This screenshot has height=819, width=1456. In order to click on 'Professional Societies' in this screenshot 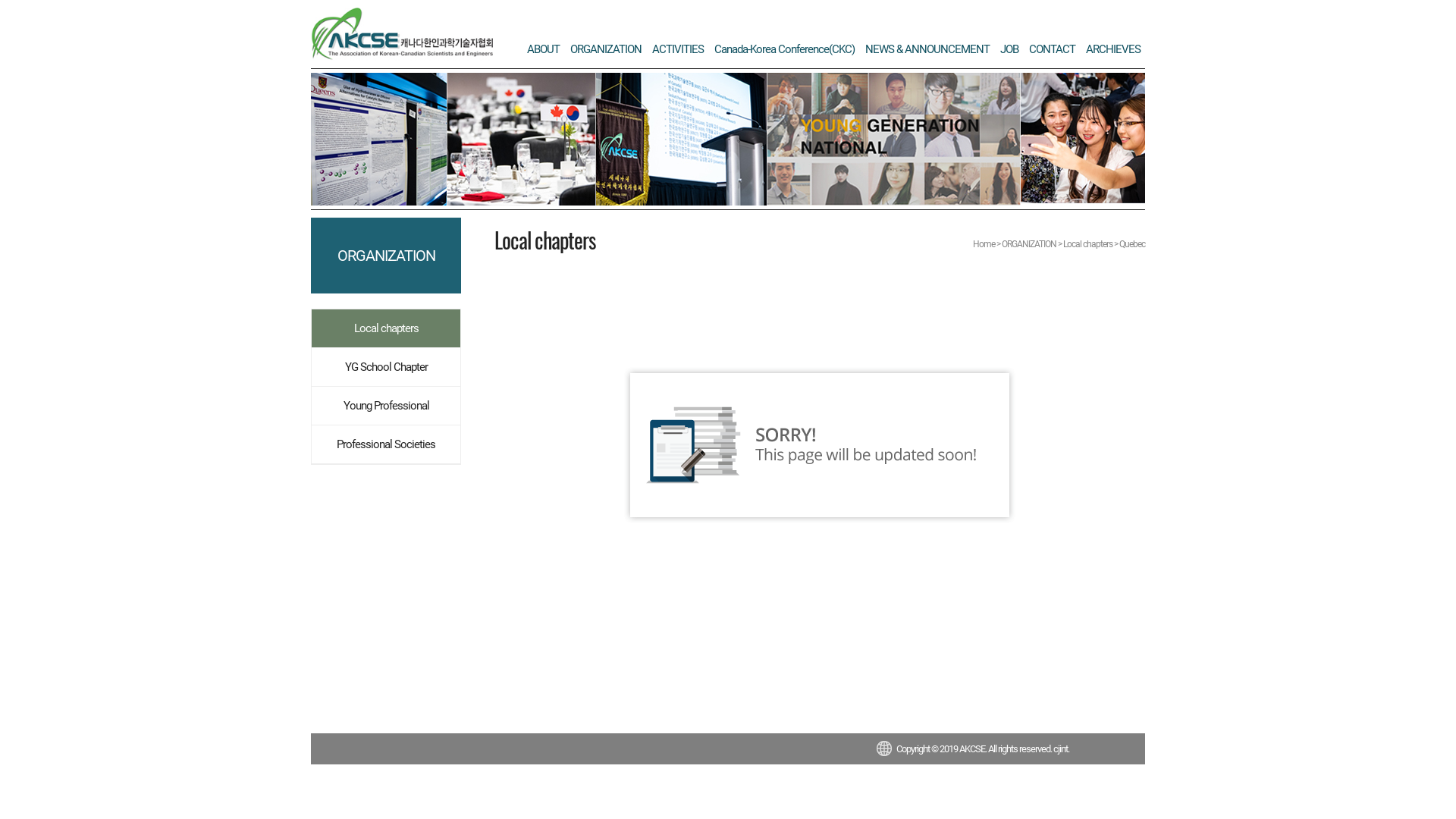, I will do `click(385, 444)`.